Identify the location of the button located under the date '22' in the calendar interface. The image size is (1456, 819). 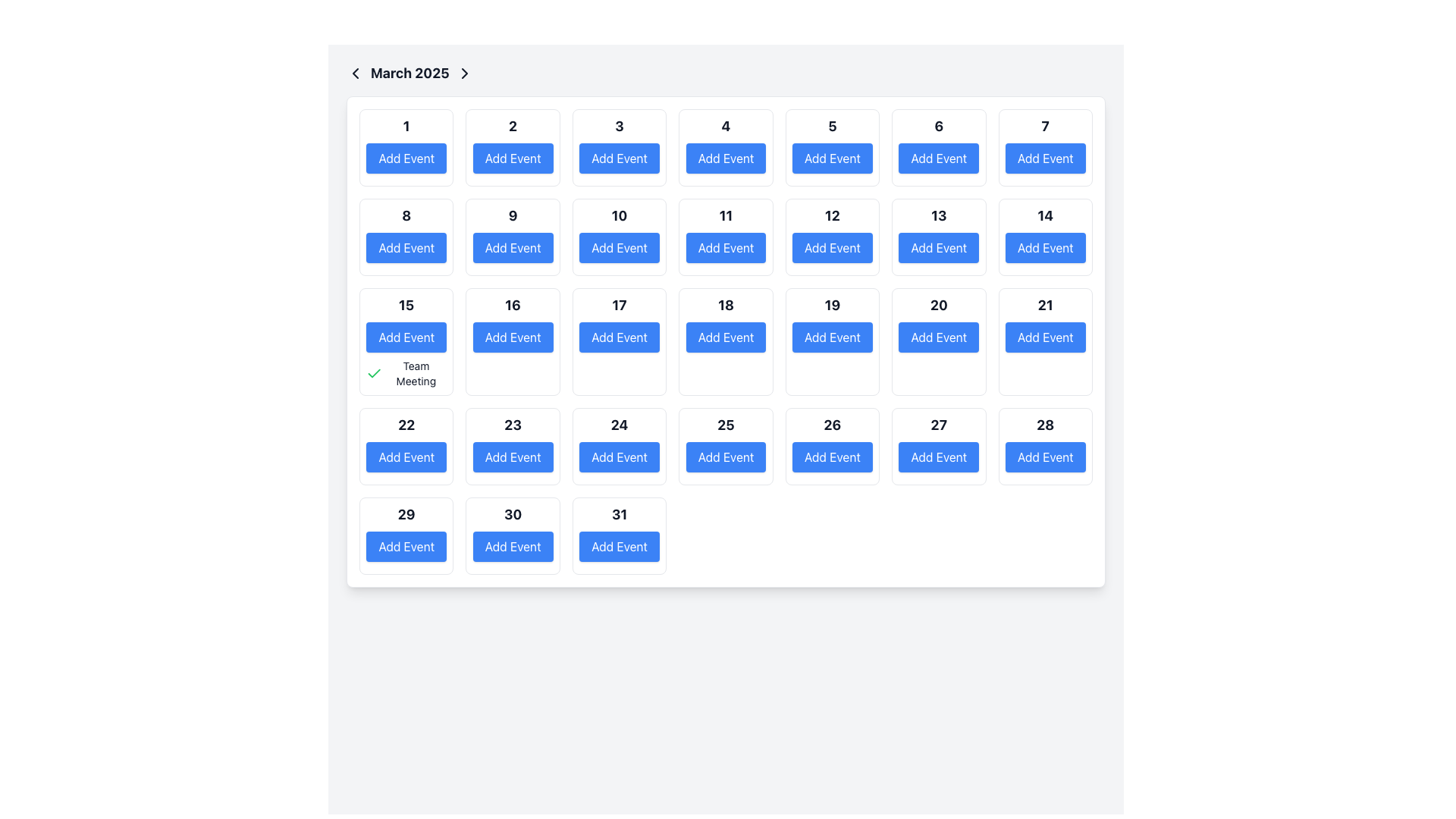
(406, 456).